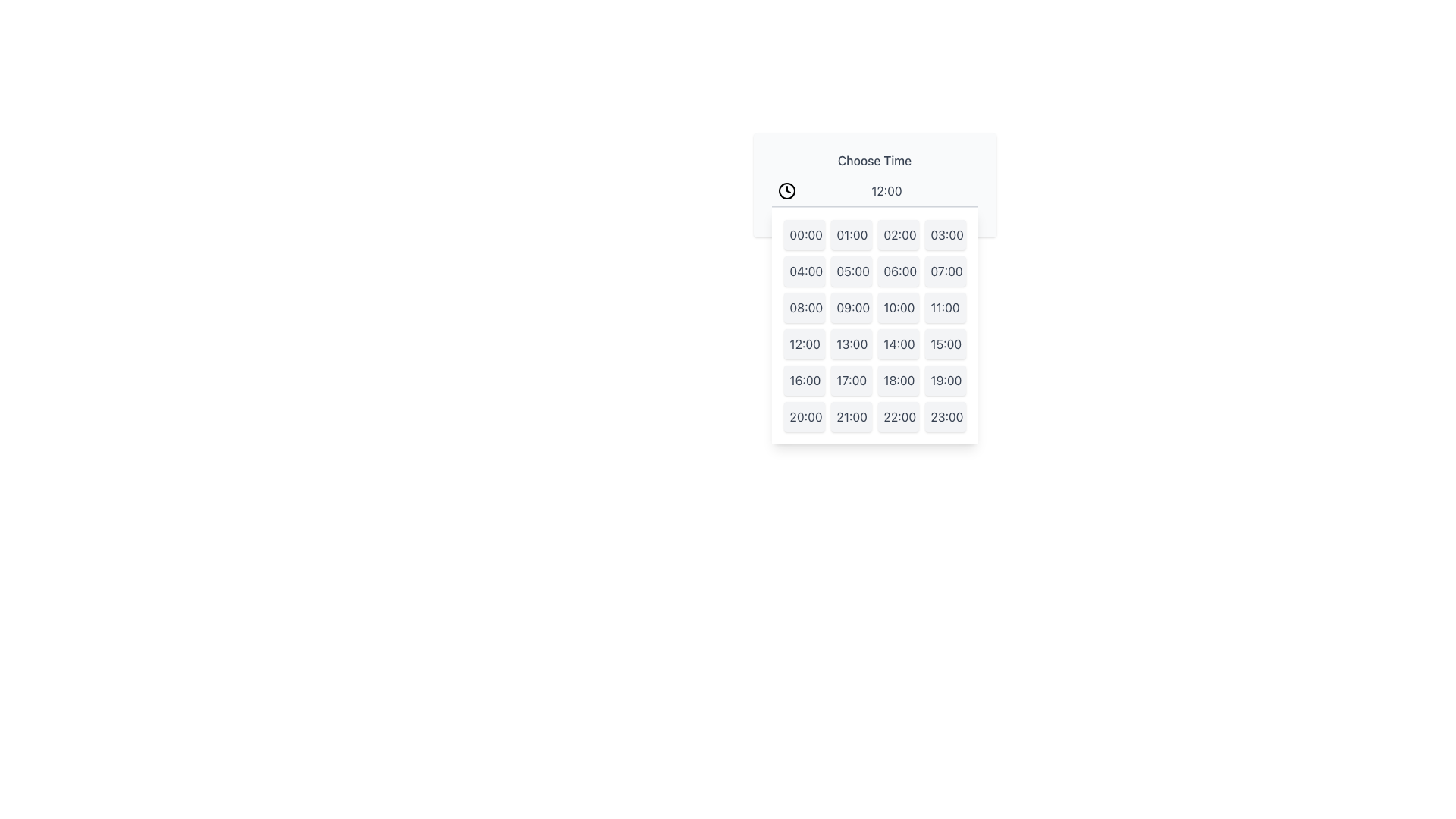  I want to click on the button labeled '04:00' in the second row, first column of the time slots grid, so click(803, 271).